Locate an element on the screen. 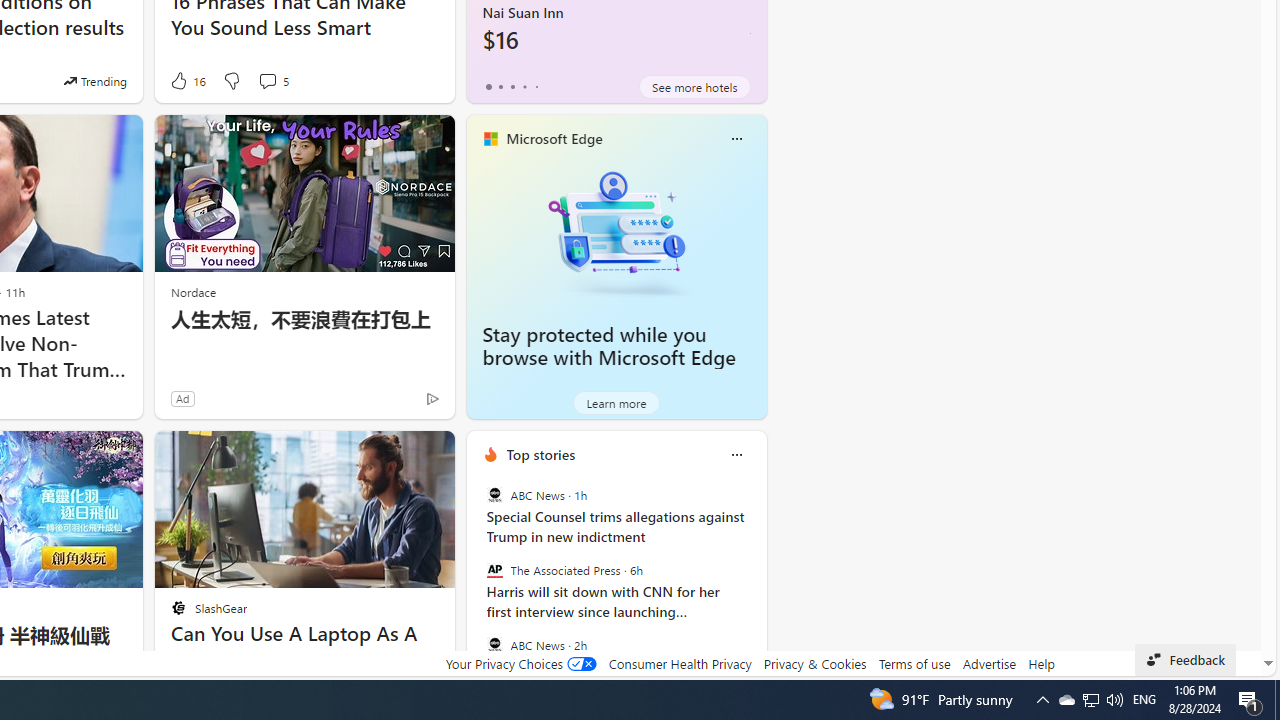 The height and width of the screenshot is (720, 1280). 'tab-3' is located at coordinates (524, 86).